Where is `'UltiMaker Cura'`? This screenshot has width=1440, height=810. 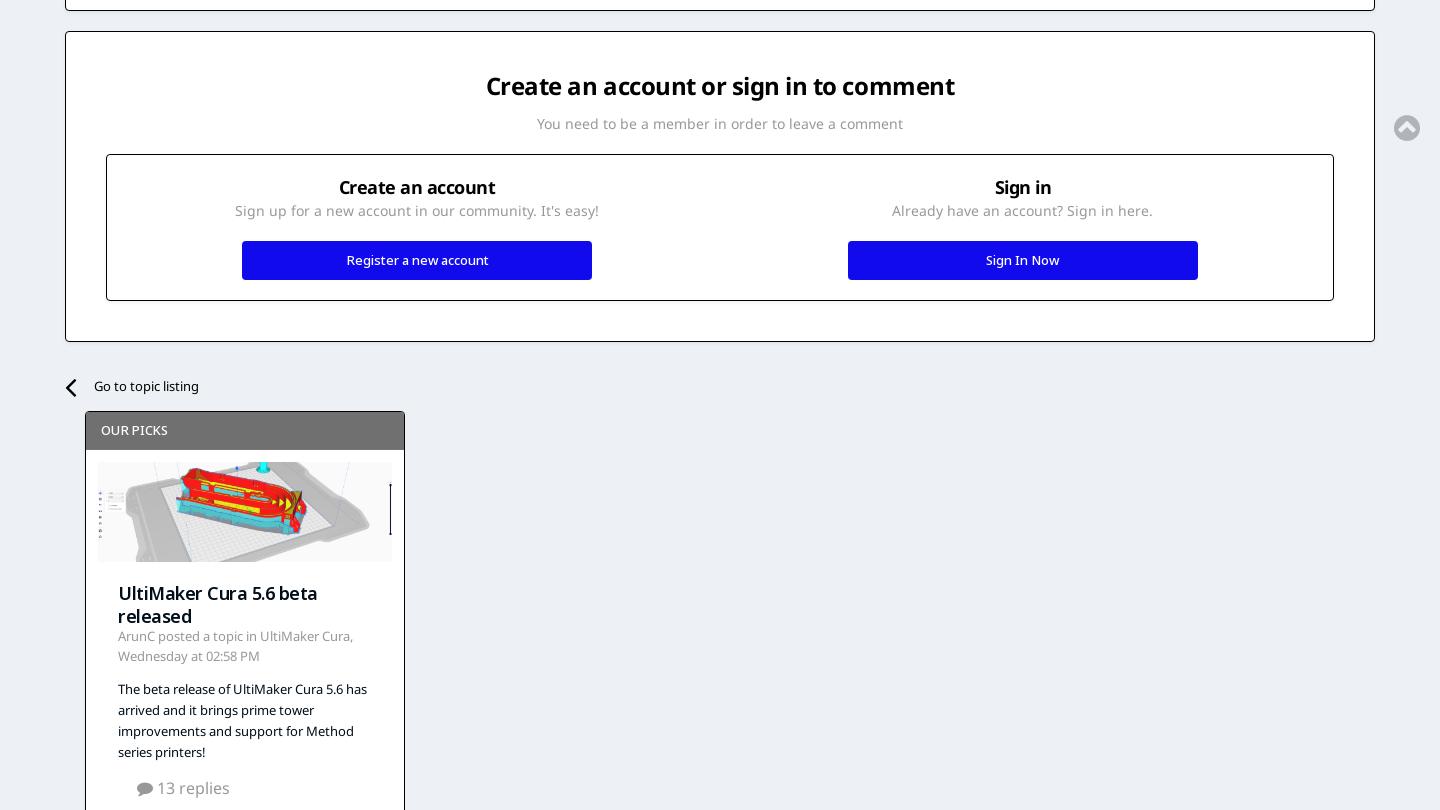 'UltiMaker Cura' is located at coordinates (304, 635).